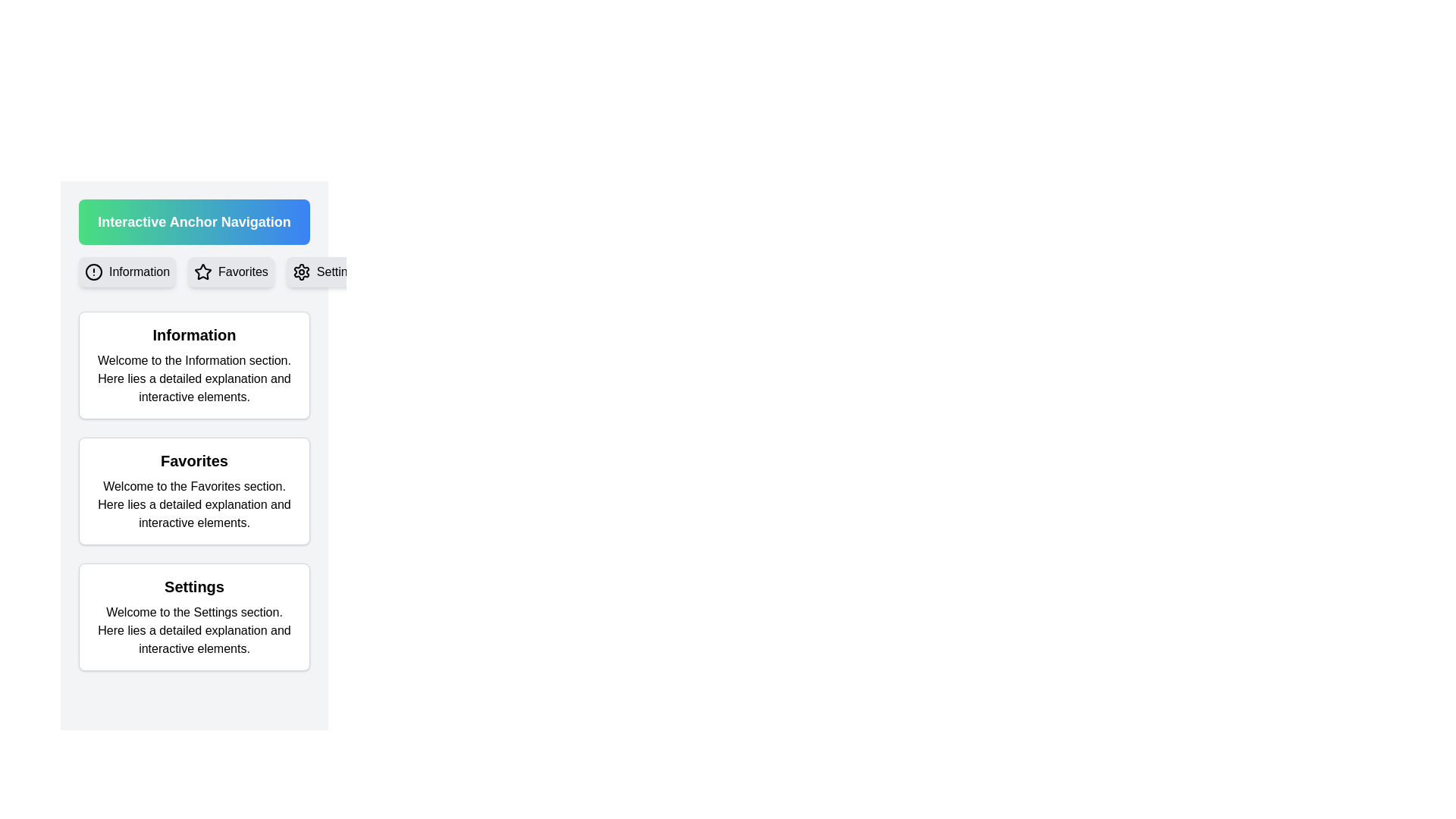 The width and height of the screenshot is (1456, 819). What do you see at coordinates (193, 271) in the screenshot?
I see `the navigation button for Favorites, which is the second button in the horizontal navigation bar located below the 'Interactive Anchor Navigation' banner` at bounding box center [193, 271].